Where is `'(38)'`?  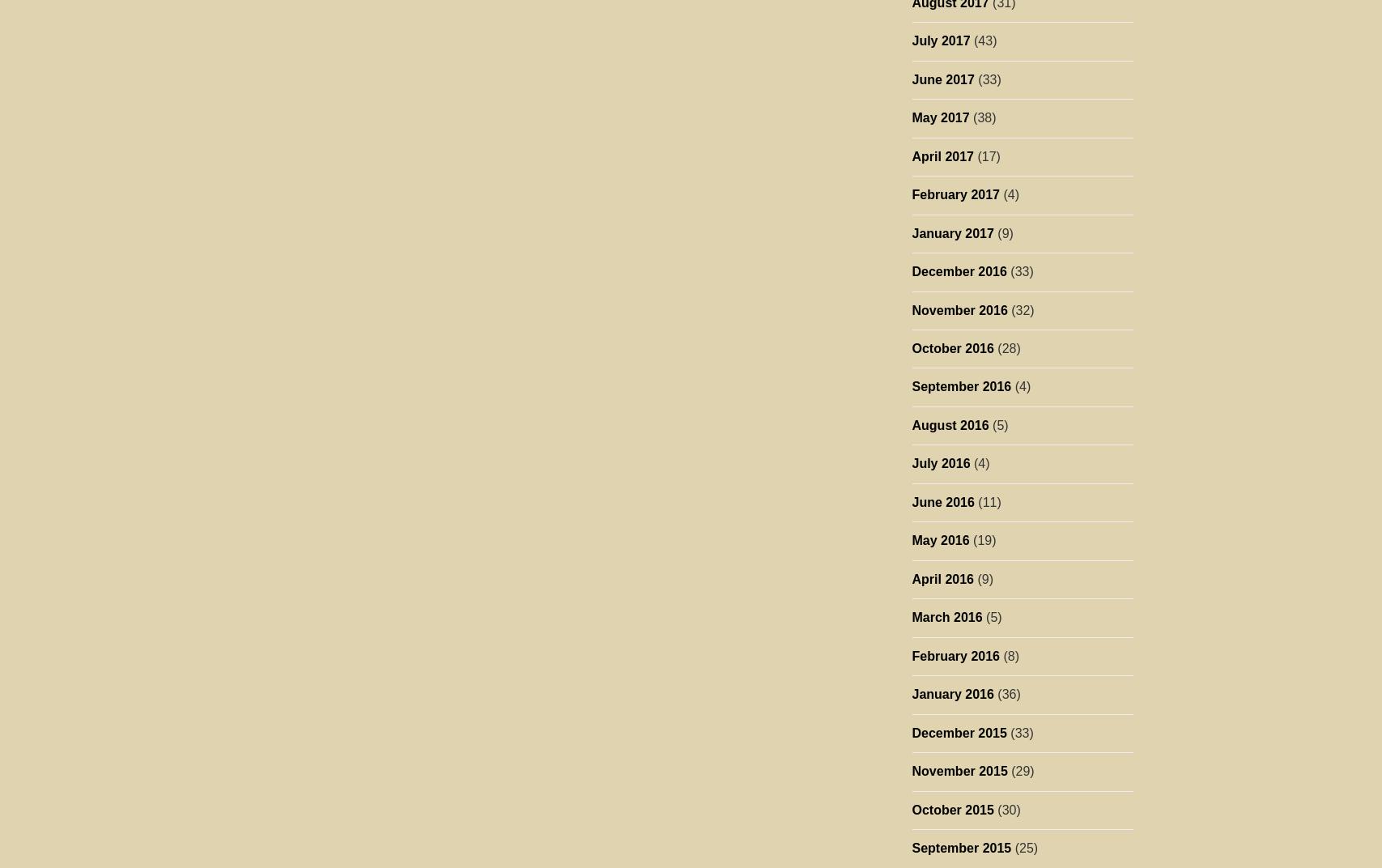
'(38)' is located at coordinates (981, 117).